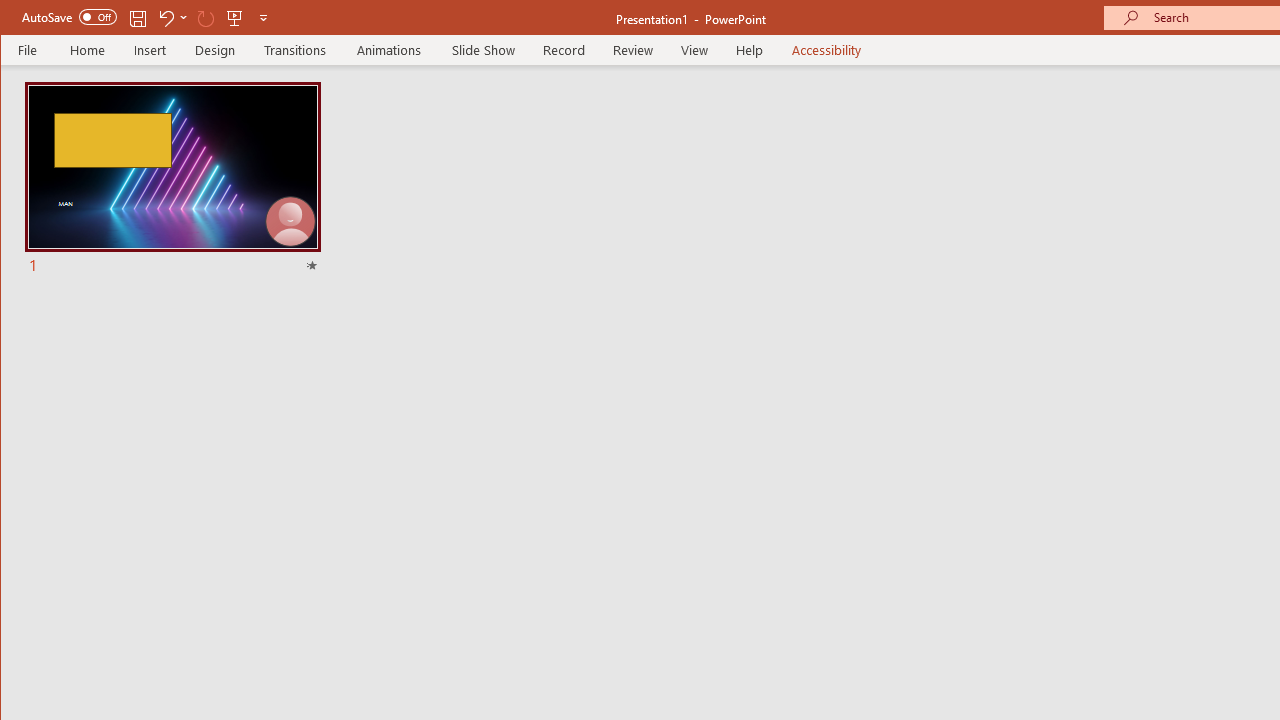 The width and height of the screenshot is (1280, 720). Describe the element at coordinates (149, 49) in the screenshot. I see `'Insert'` at that location.